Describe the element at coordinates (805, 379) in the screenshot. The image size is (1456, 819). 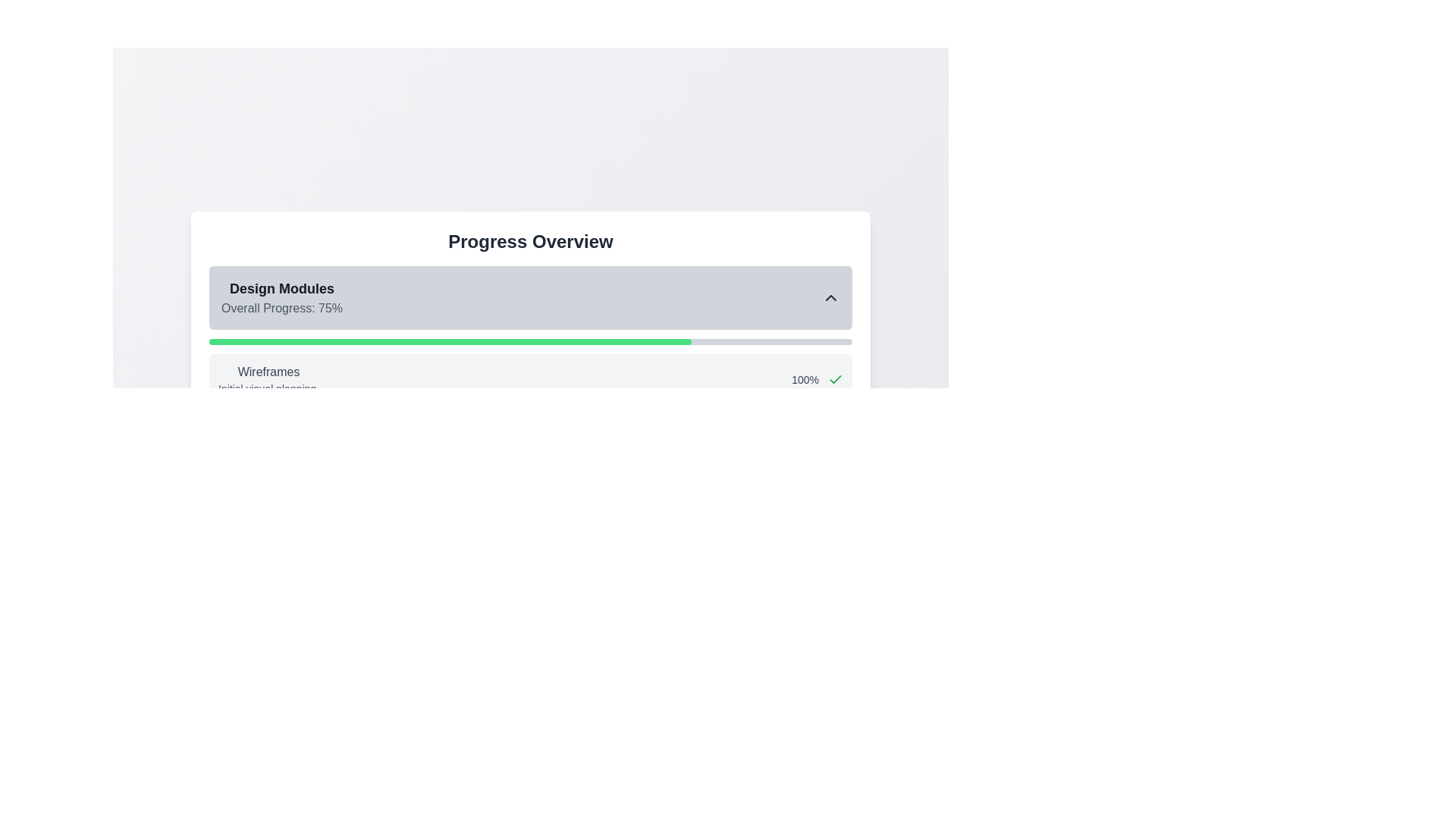
I see `the text label displaying '100%' in small gray font, which indicates progress or completion` at that location.